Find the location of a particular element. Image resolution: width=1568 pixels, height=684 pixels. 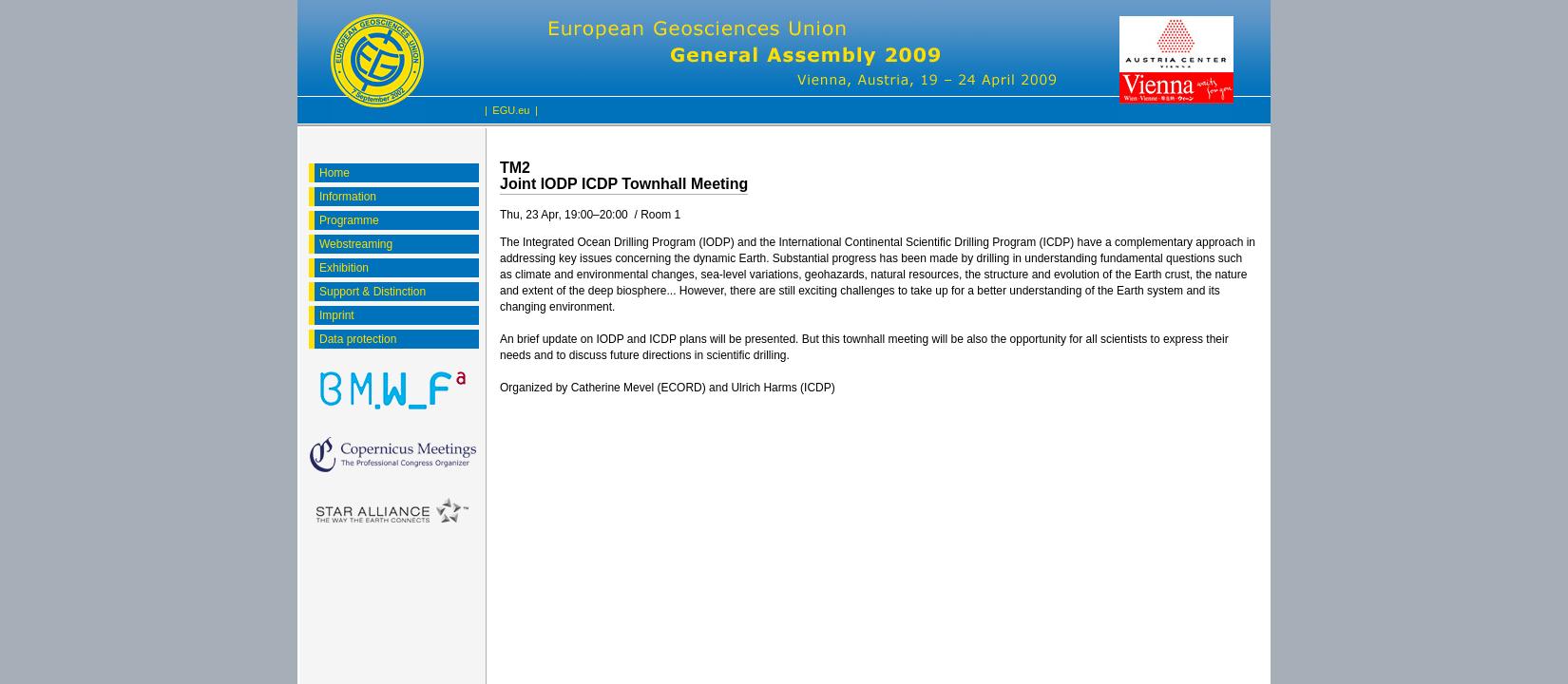

'/' is located at coordinates (632, 214).